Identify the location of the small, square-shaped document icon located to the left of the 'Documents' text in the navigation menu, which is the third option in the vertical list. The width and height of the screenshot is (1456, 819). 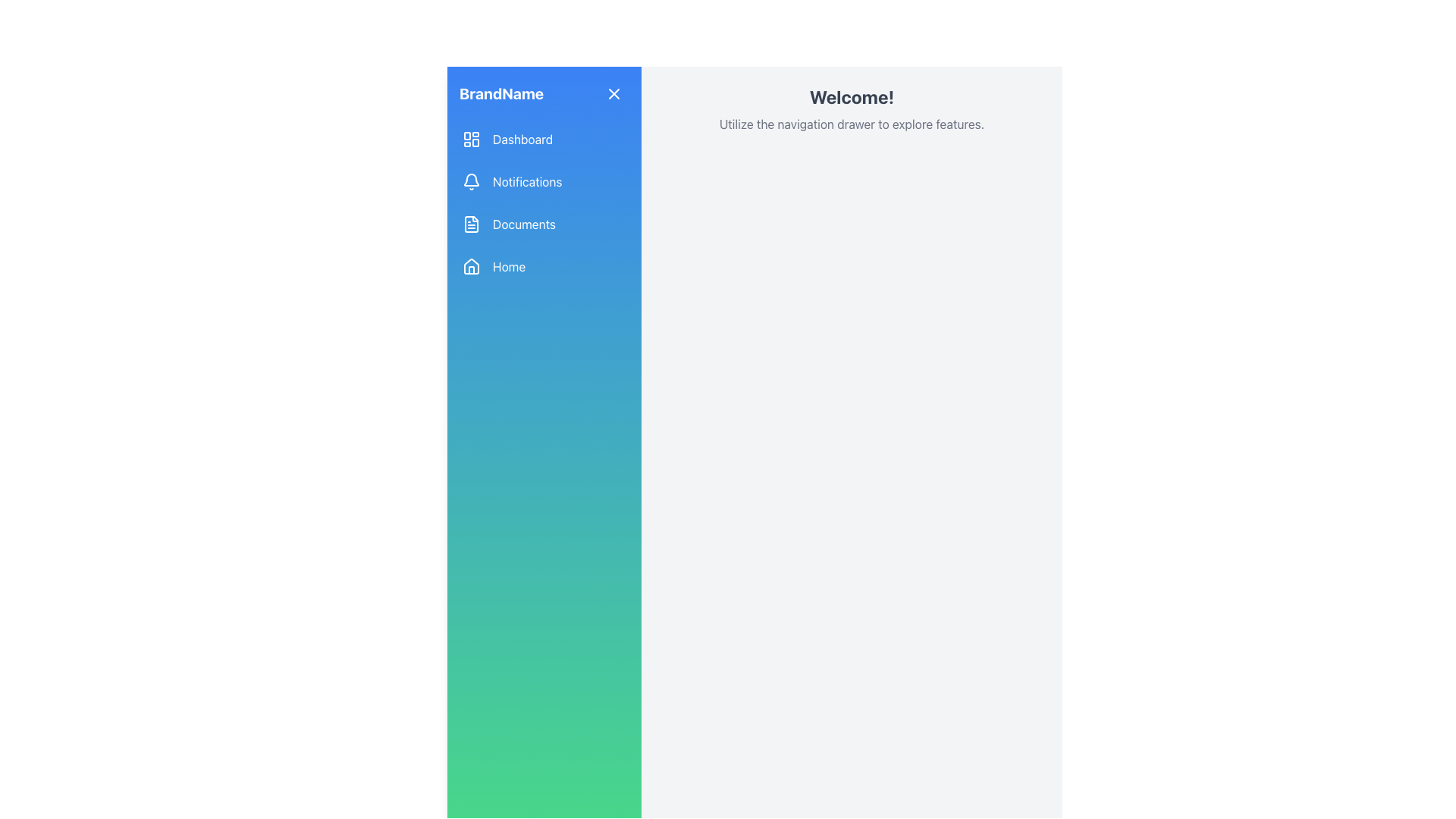
(471, 224).